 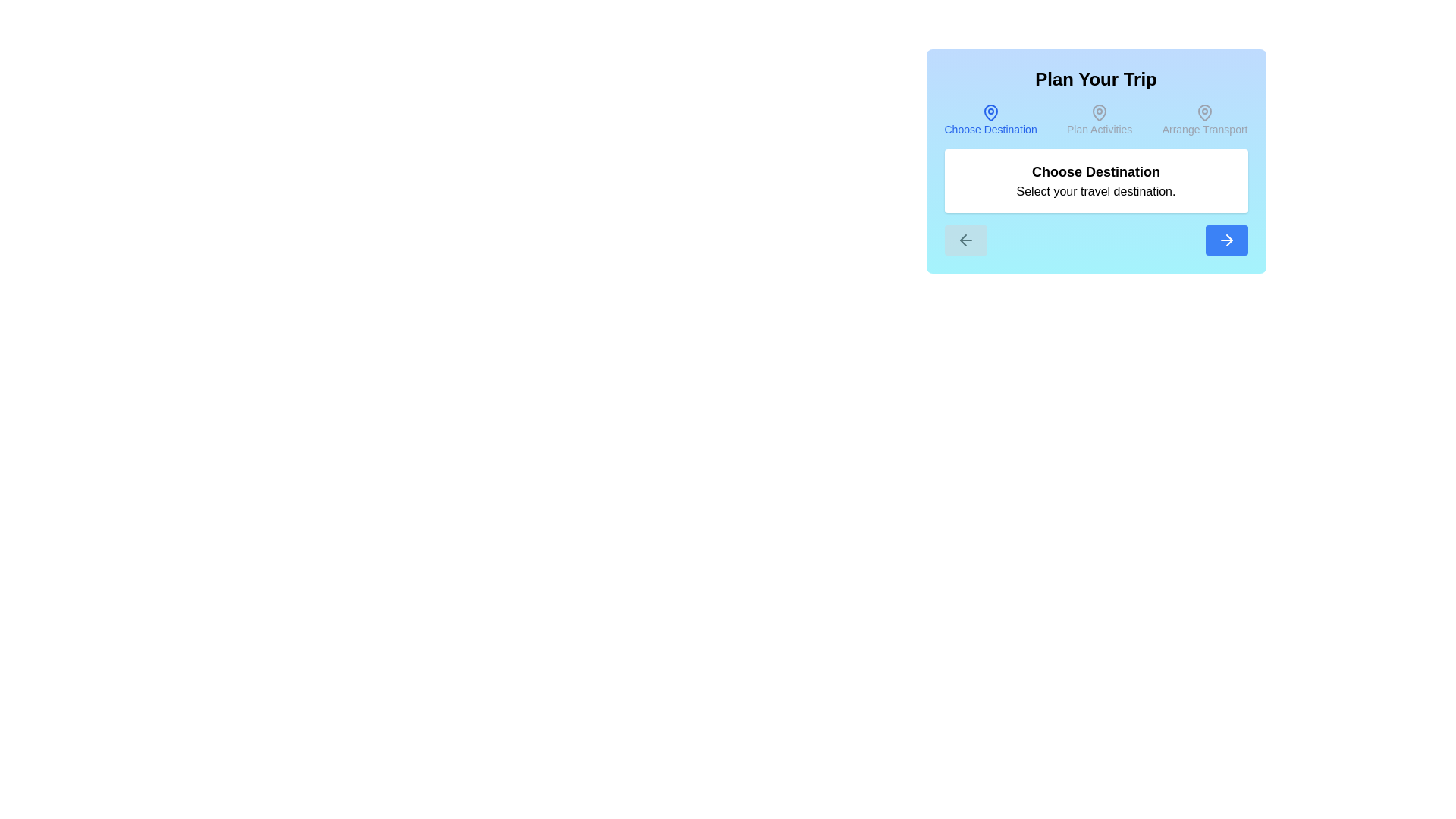 What do you see at coordinates (965, 239) in the screenshot?
I see `the left arrow button to navigate to the previous step` at bounding box center [965, 239].